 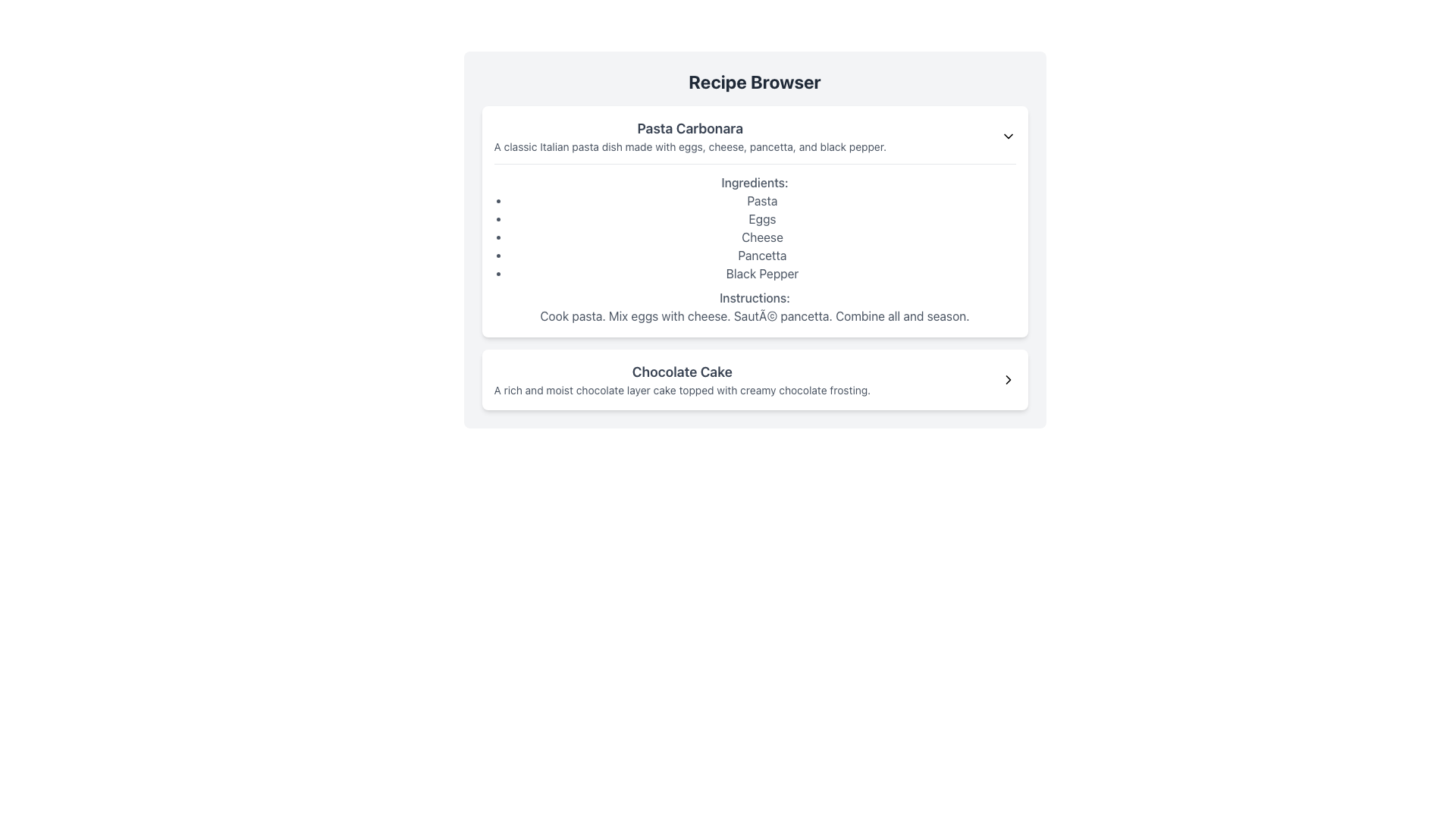 I want to click on the heading 'Pasta Carbonara' in the Recipe Browser section, so click(x=689, y=136).